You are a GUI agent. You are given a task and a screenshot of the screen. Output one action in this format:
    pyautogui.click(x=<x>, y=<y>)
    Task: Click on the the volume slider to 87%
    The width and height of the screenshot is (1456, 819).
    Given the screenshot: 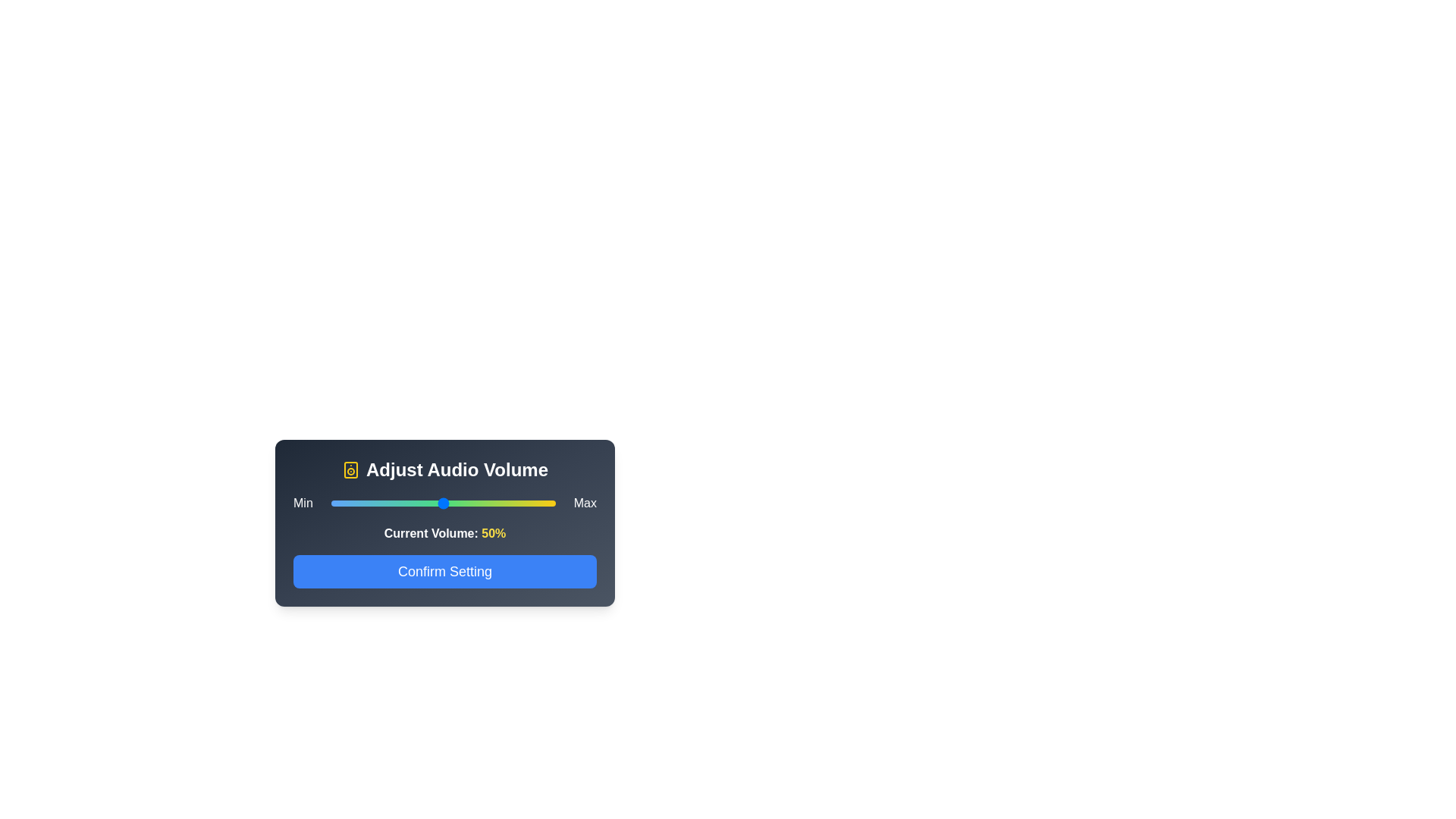 What is the action you would take?
    pyautogui.click(x=526, y=503)
    